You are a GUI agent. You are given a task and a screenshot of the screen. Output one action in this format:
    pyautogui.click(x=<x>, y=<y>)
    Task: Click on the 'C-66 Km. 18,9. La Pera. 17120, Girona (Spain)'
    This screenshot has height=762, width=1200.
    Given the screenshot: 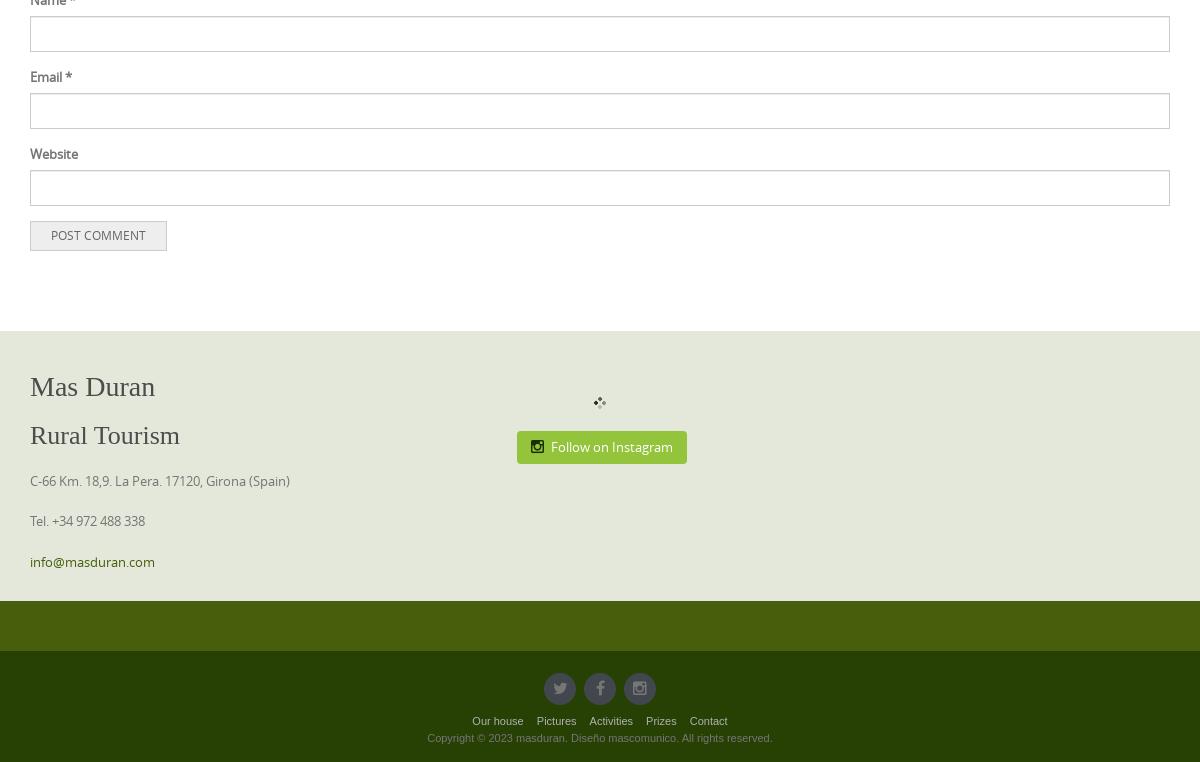 What is the action you would take?
    pyautogui.click(x=158, y=479)
    